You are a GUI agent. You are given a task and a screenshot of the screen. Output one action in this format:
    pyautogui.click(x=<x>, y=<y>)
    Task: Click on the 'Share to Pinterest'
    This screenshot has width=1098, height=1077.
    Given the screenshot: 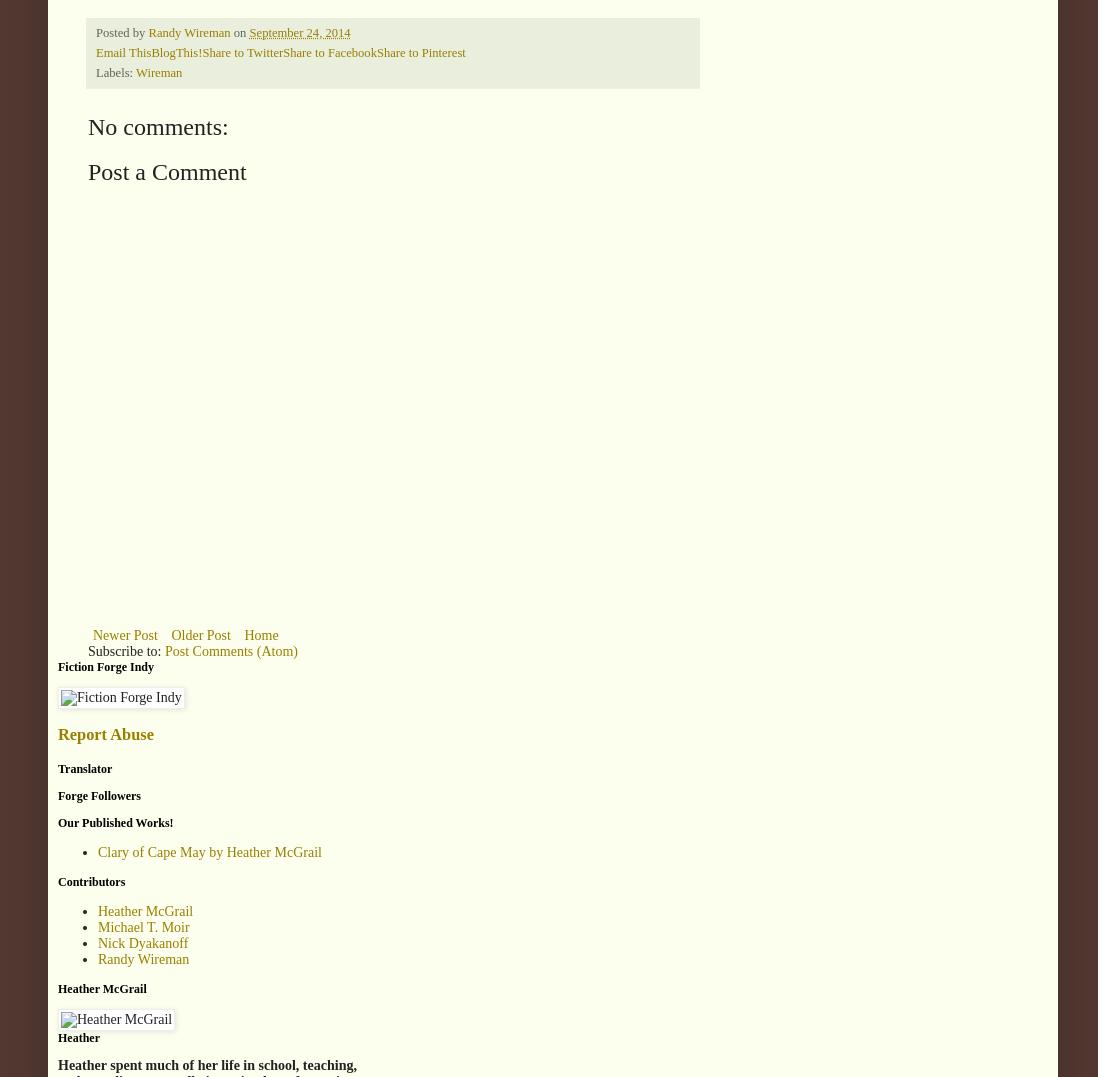 What is the action you would take?
    pyautogui.click(x=419, y=52)
    